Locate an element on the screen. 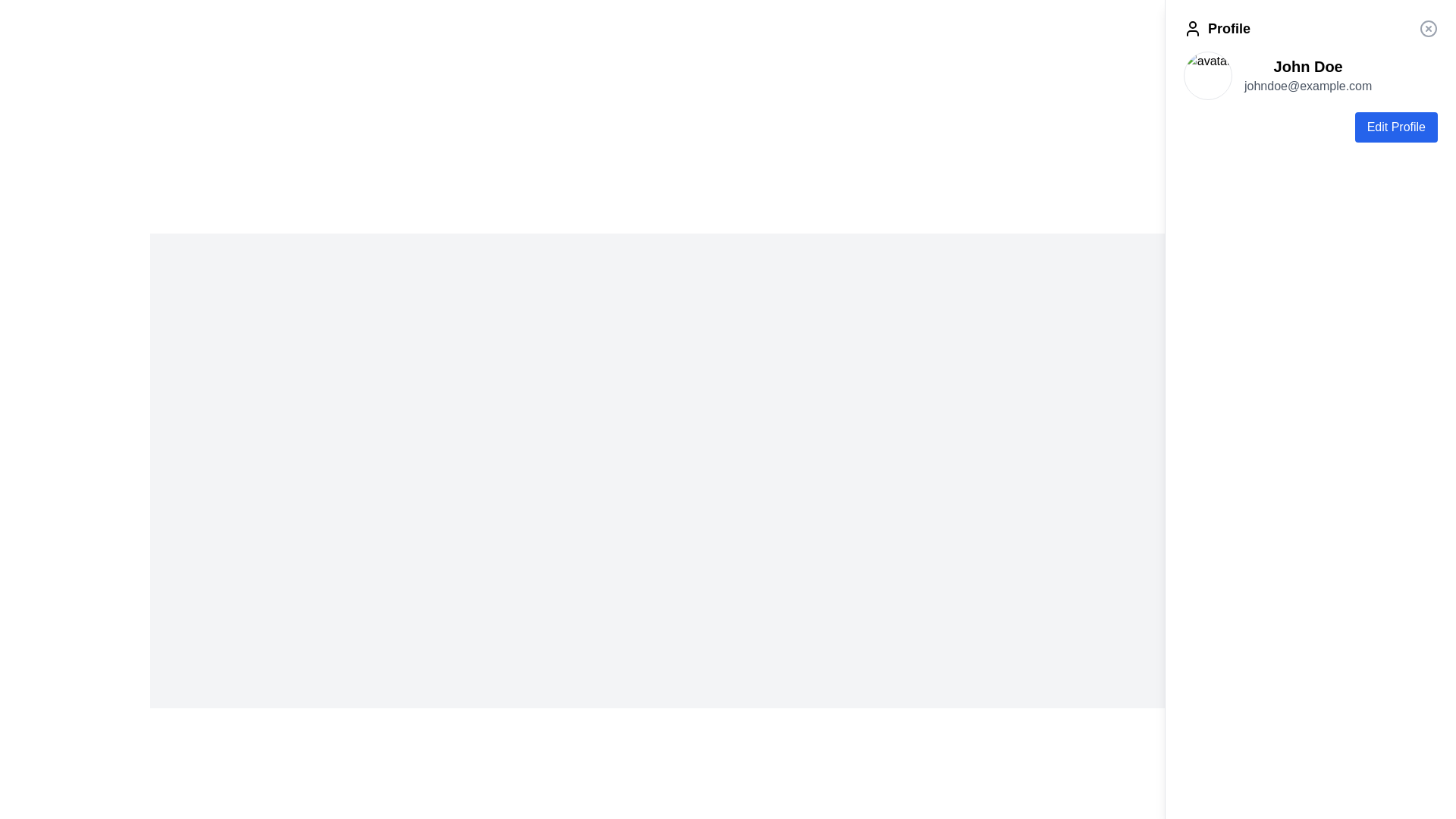  text label displaying 'John Doe' located at the top-right panel of the interface, which is bold and larger in font, positioned above the email address is located at coordinates (1307, 66).